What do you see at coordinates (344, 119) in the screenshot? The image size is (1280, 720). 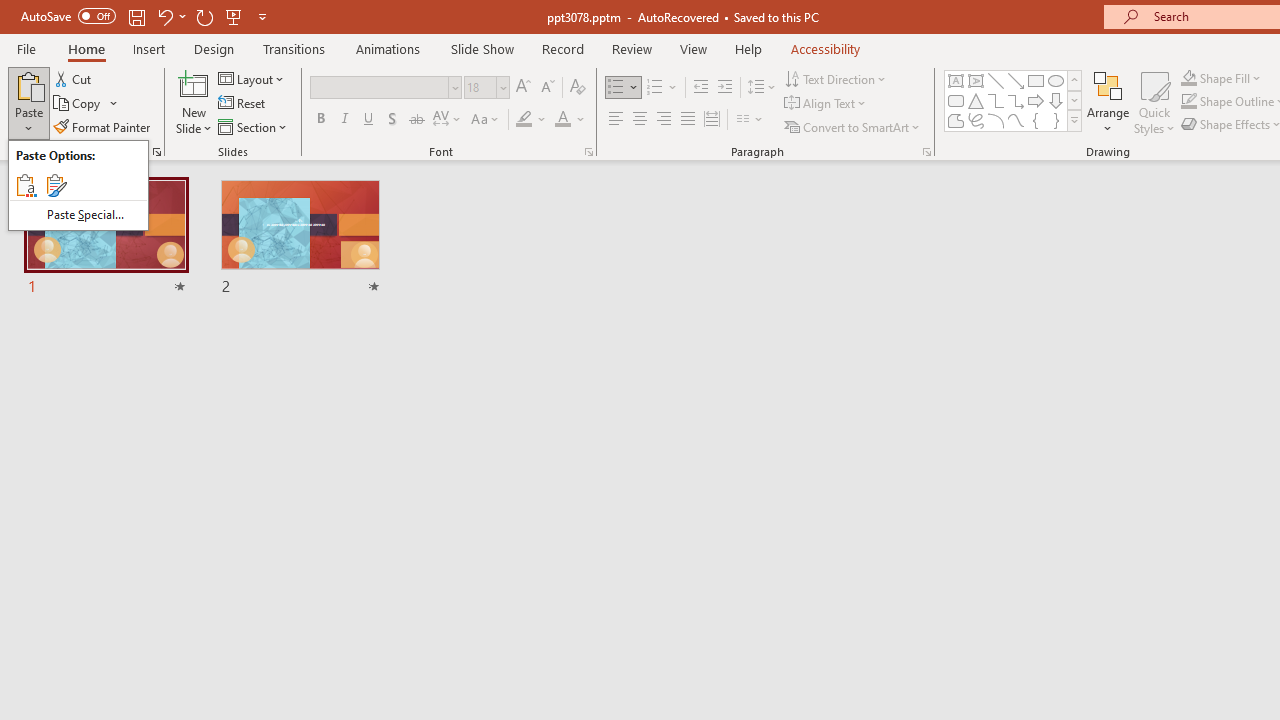 I see `'Italic'` at bounding box center [344, 119].